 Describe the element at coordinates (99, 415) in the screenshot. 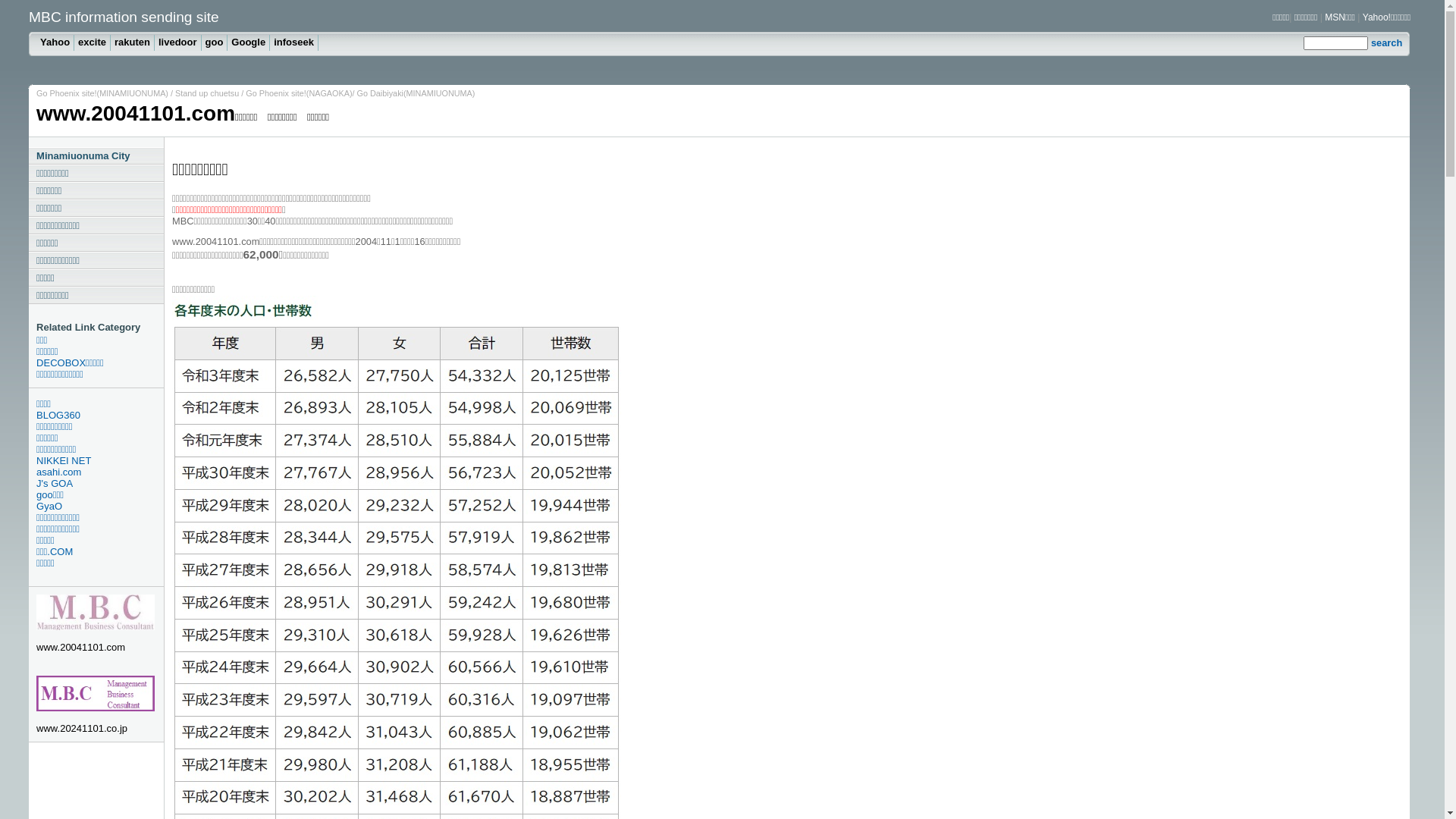

I see `'BLOG360'` at that location.